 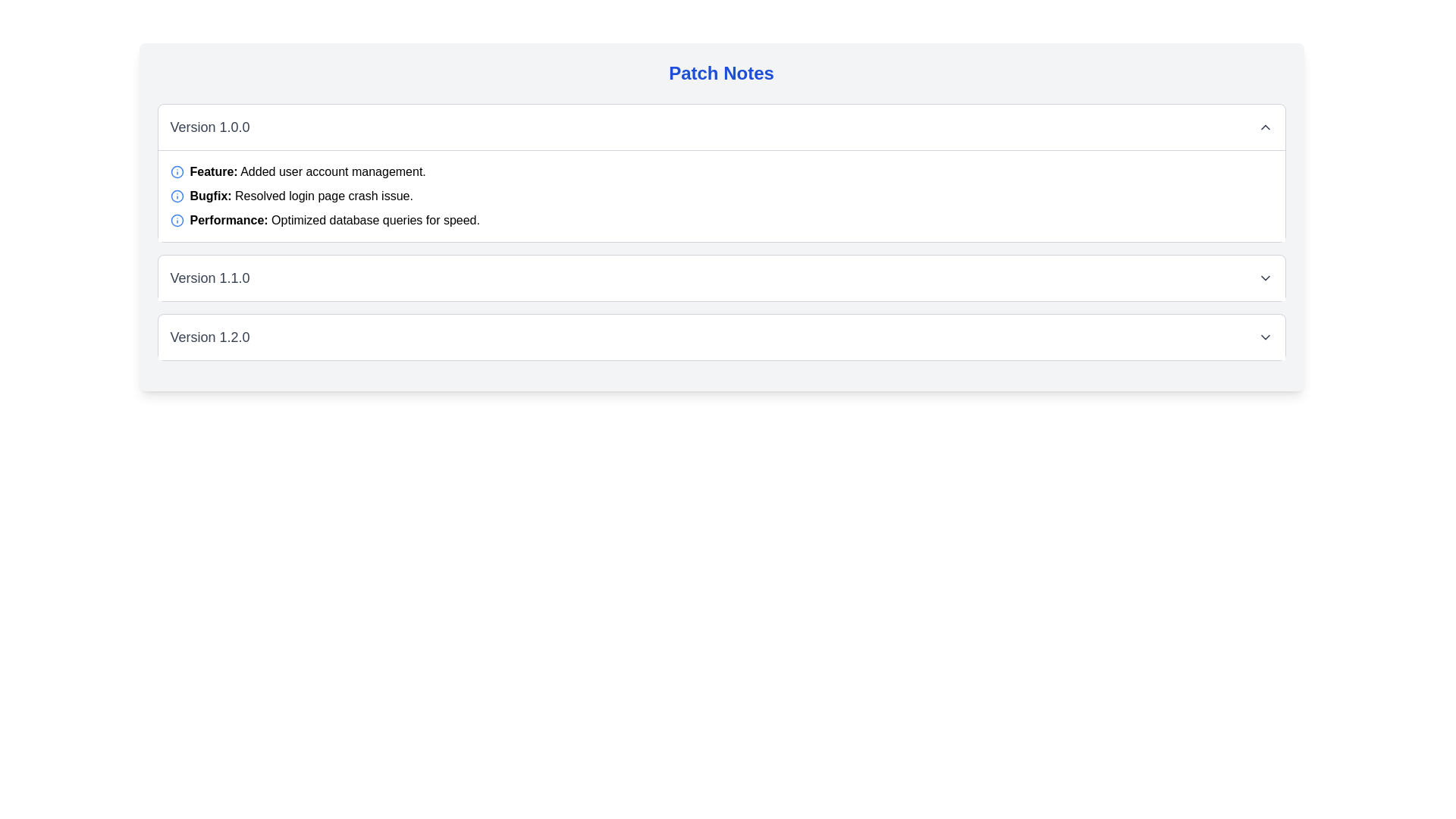 What do you see at coordinates (720, 336) in the screenshot?
I see `the third card in the vertical list, labeled 'Version 1.2.0'` at bounding box center [720, 336].